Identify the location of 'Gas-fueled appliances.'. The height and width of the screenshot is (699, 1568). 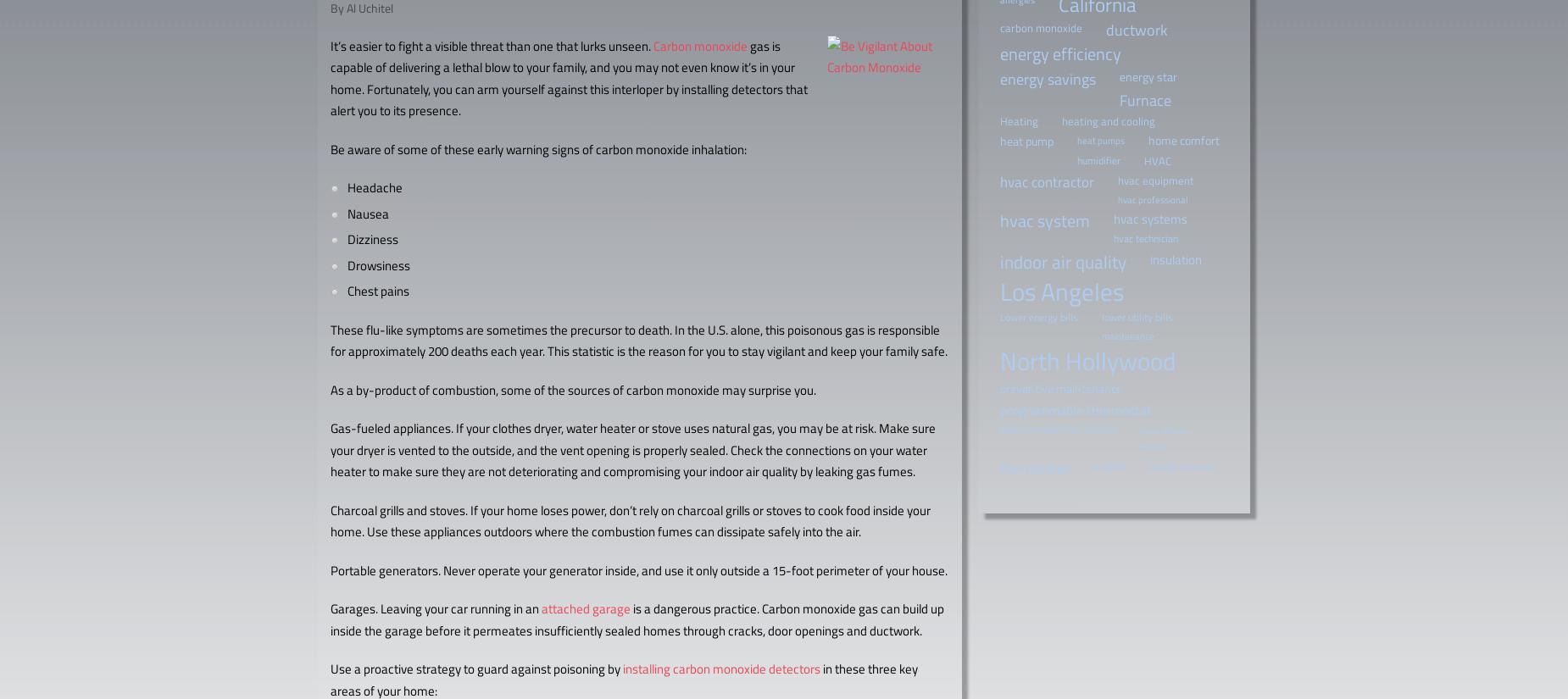
(391, 428).